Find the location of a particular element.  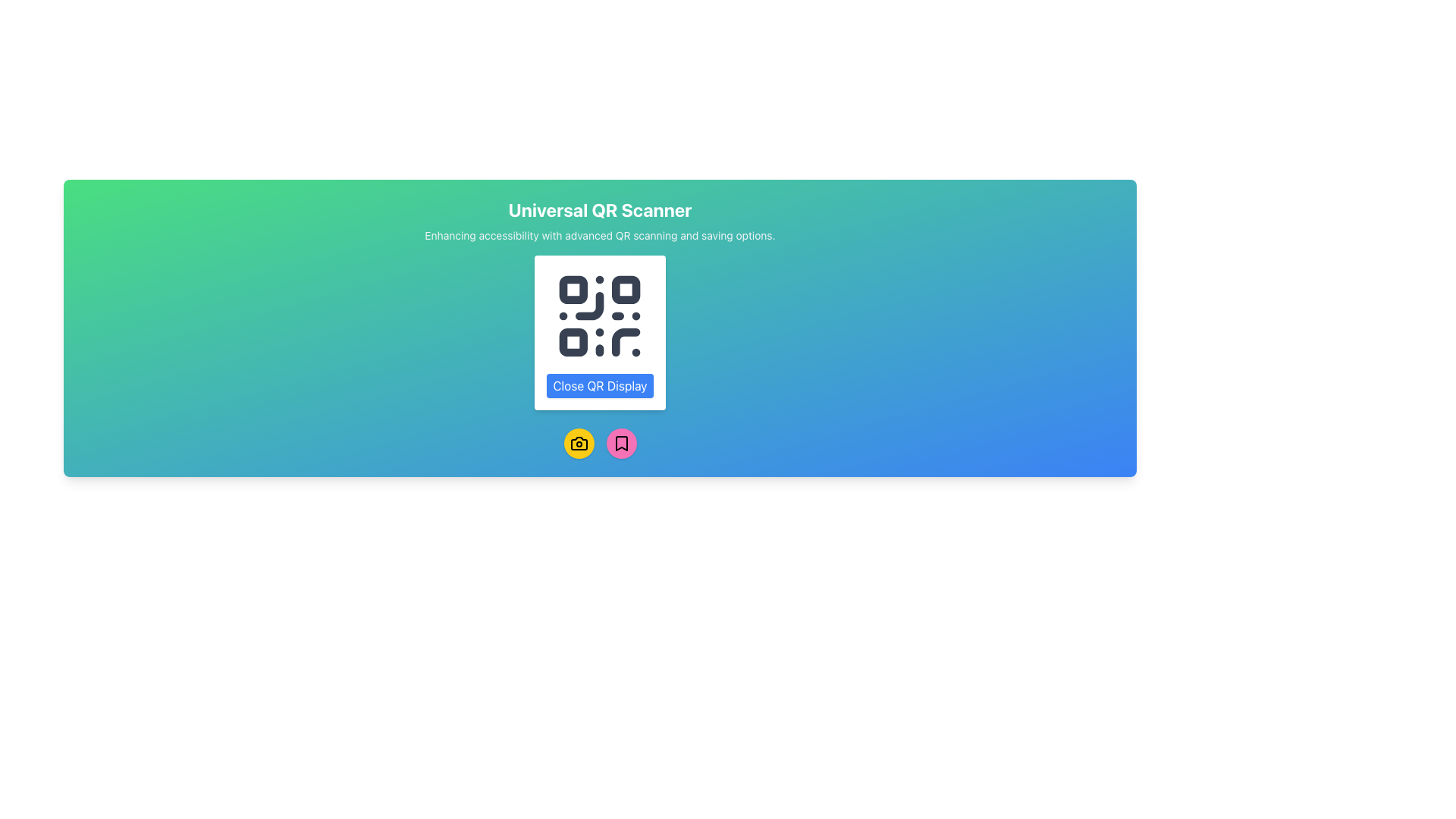

the small square shape with slightly rounded corners filled with a solid color, located in the second row and second column of the QR code graphic is located at coordinates (626, 290).